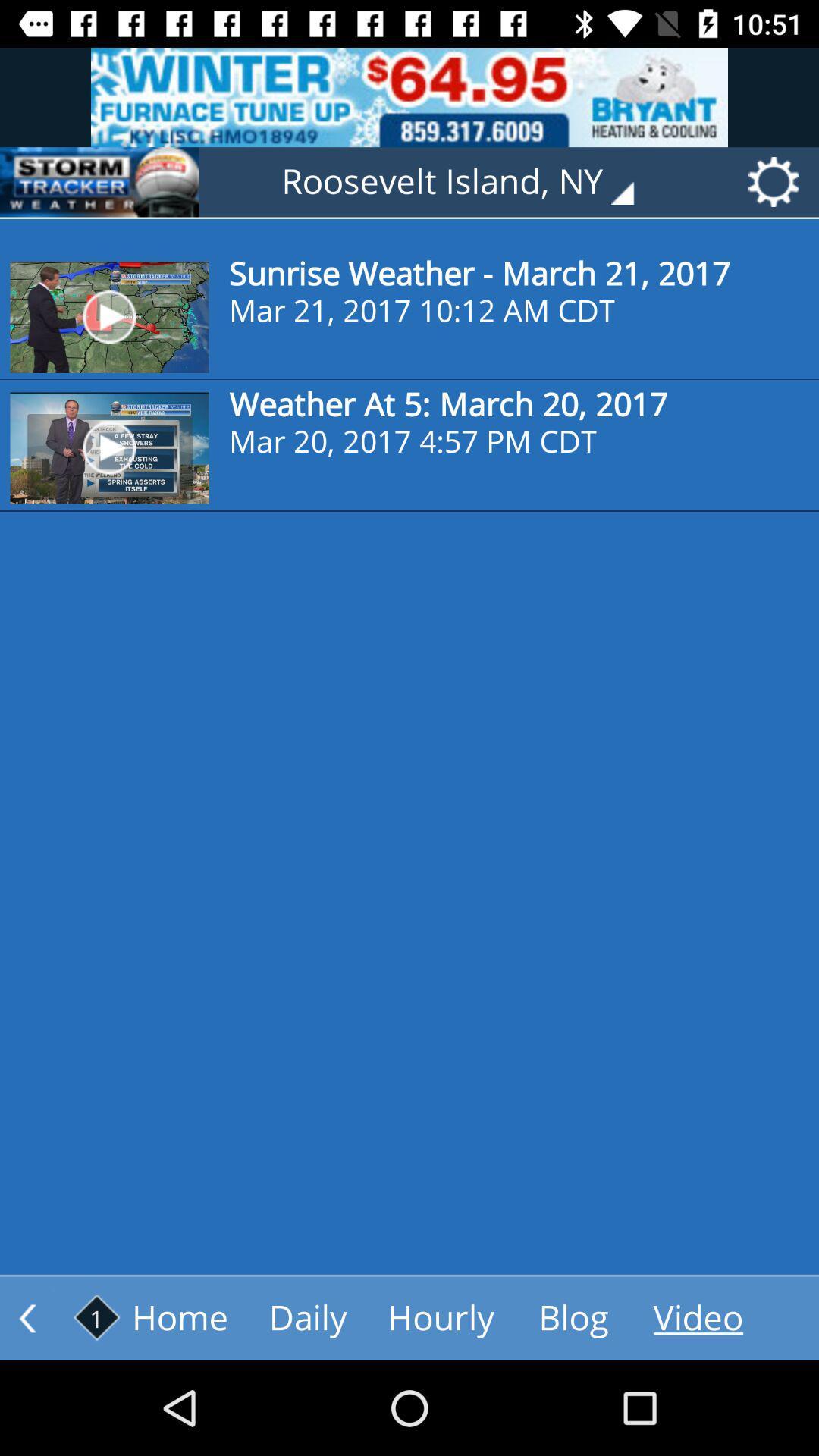  What do you see at coordinates (409, 96) in the screenshot?
I see `the advertisement` at bounding box center [409, 96].